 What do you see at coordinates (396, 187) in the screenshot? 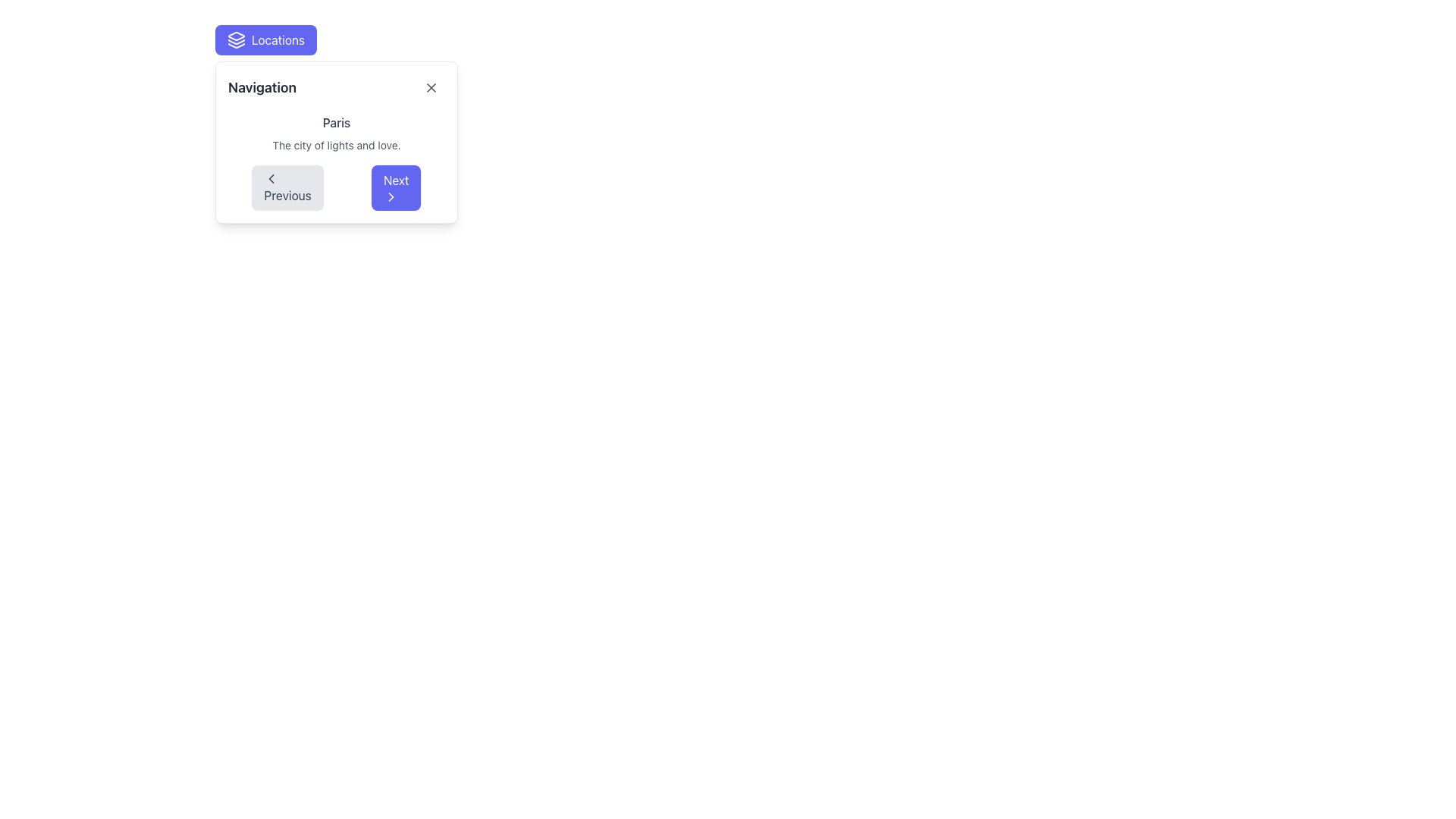
I see `the 'Next' button with a blue background and white text located in the bottom-right of the 'Navigation' modal to proceed to the next page` at bounding box center [396, 187].